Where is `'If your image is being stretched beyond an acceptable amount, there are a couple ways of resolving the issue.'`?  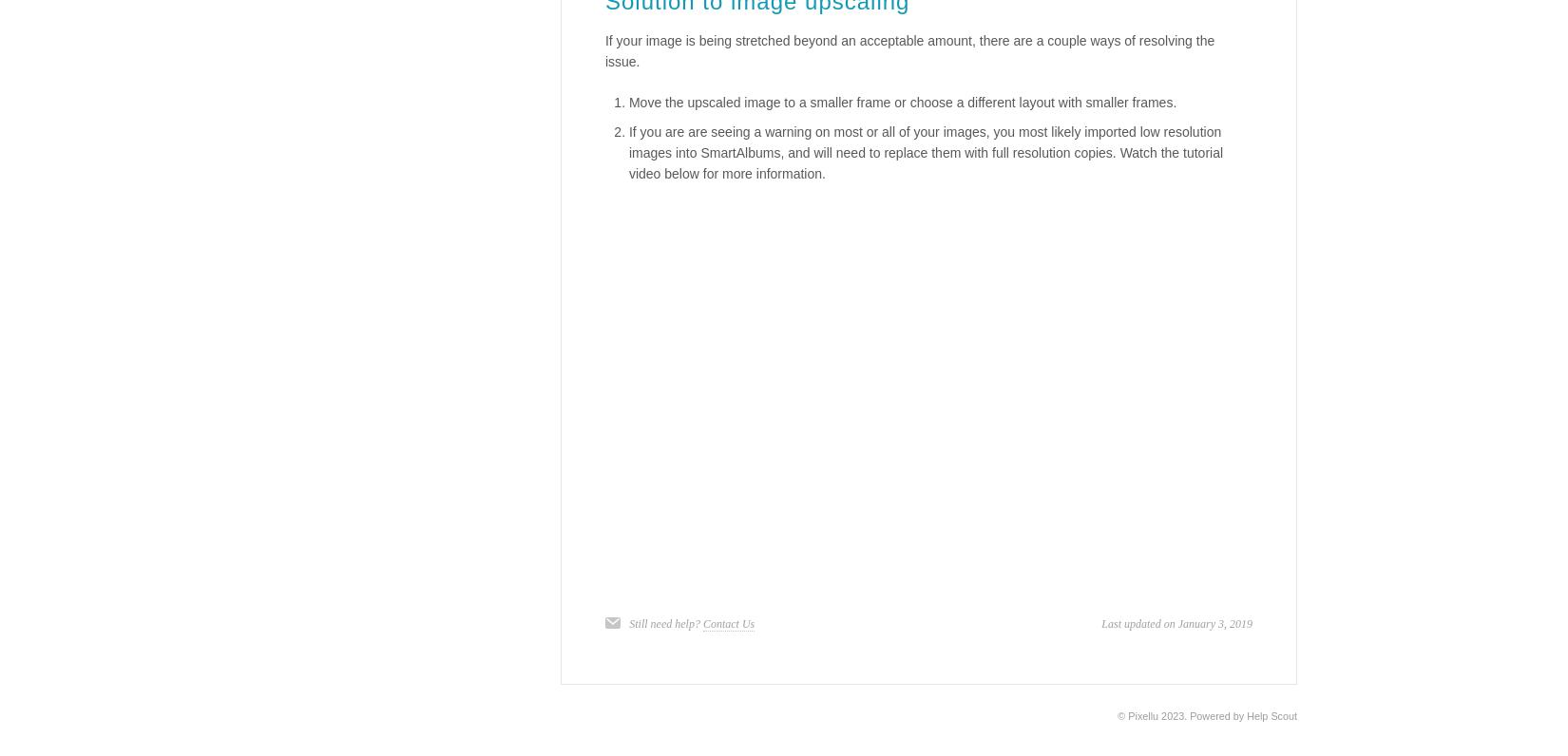
'If your image is being stretched beyond an acceptable amount, there are a couple ways of resolving the issue.' is located at coordinates (908, 50).